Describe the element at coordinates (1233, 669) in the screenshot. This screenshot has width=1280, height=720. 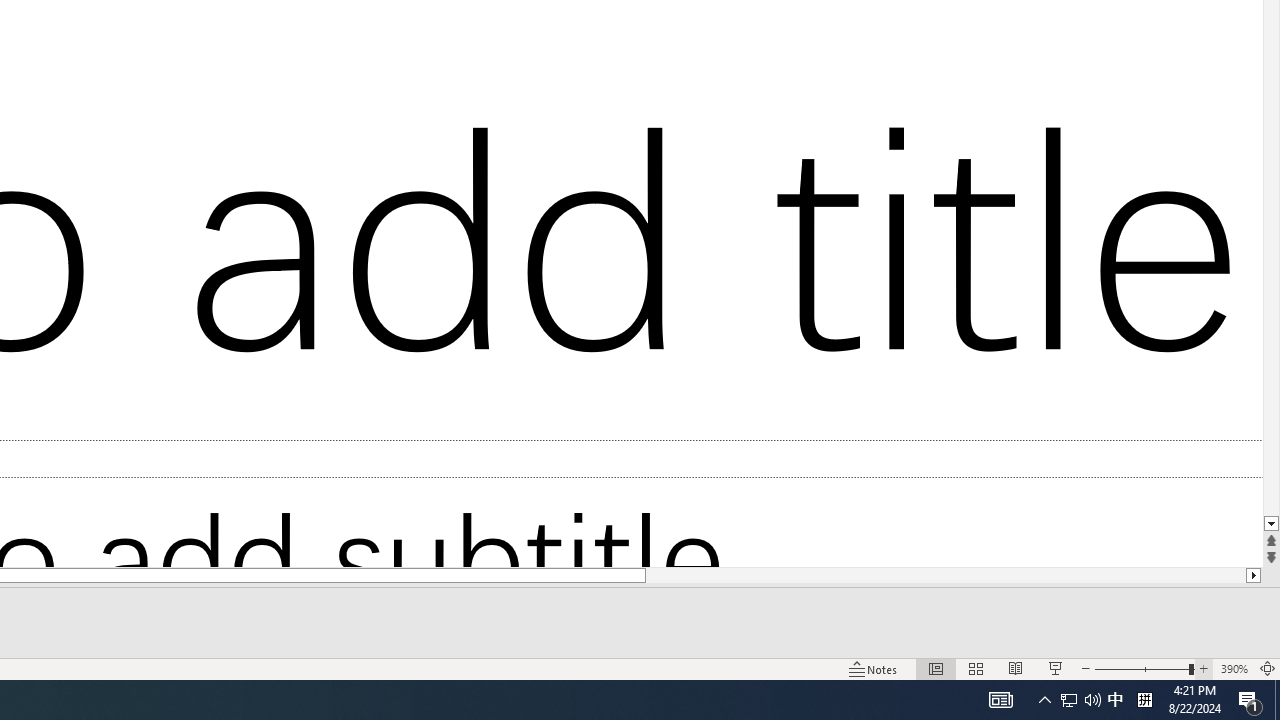
I see `'Zoom 390%'` at that location.